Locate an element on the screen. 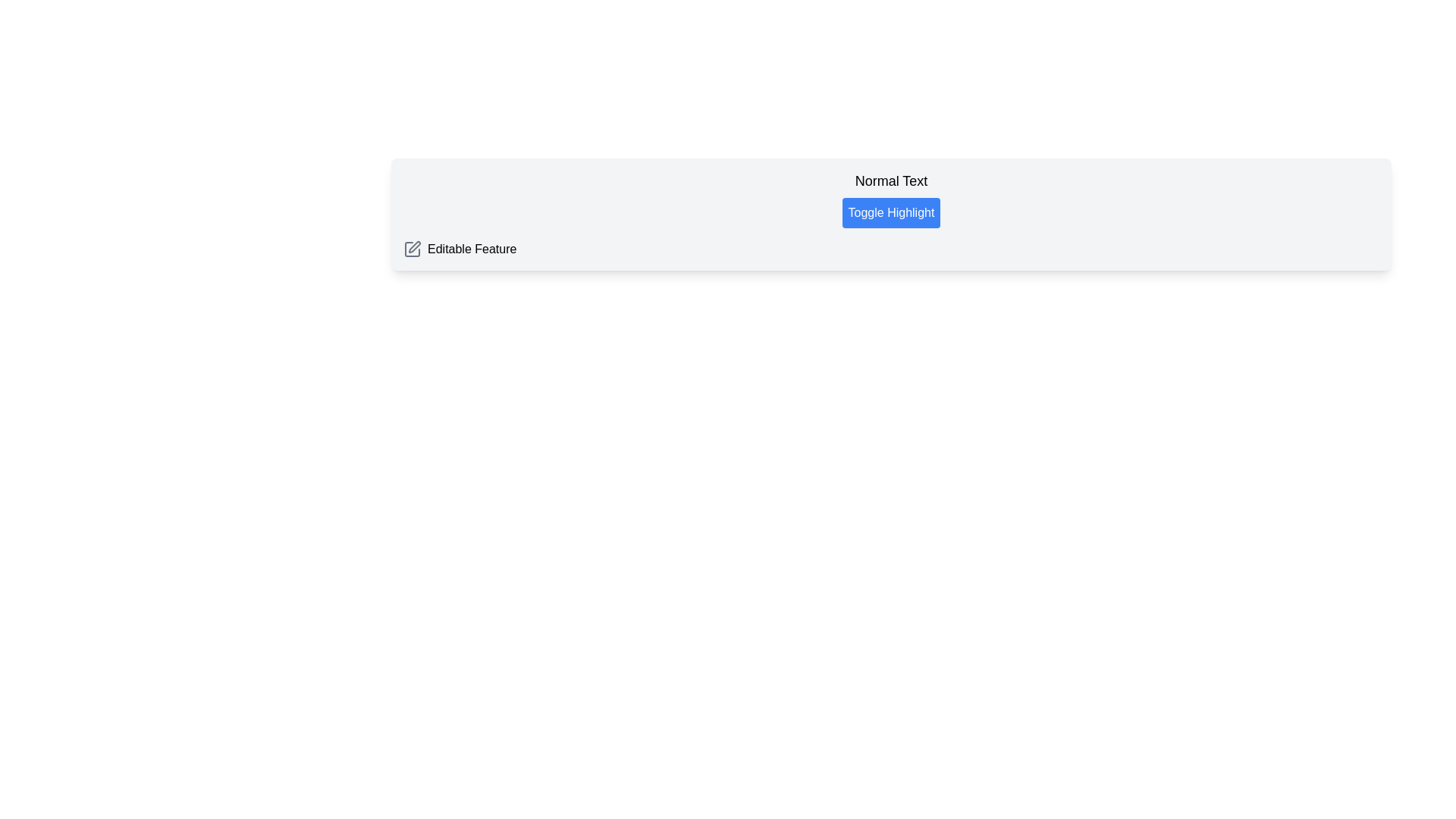 The height and width of the screenshot is (819, 1456). the blue button with rounded corners labeled 'Toggle Highlight' located below 'Normal Text' is located at coordinates (891, 213).